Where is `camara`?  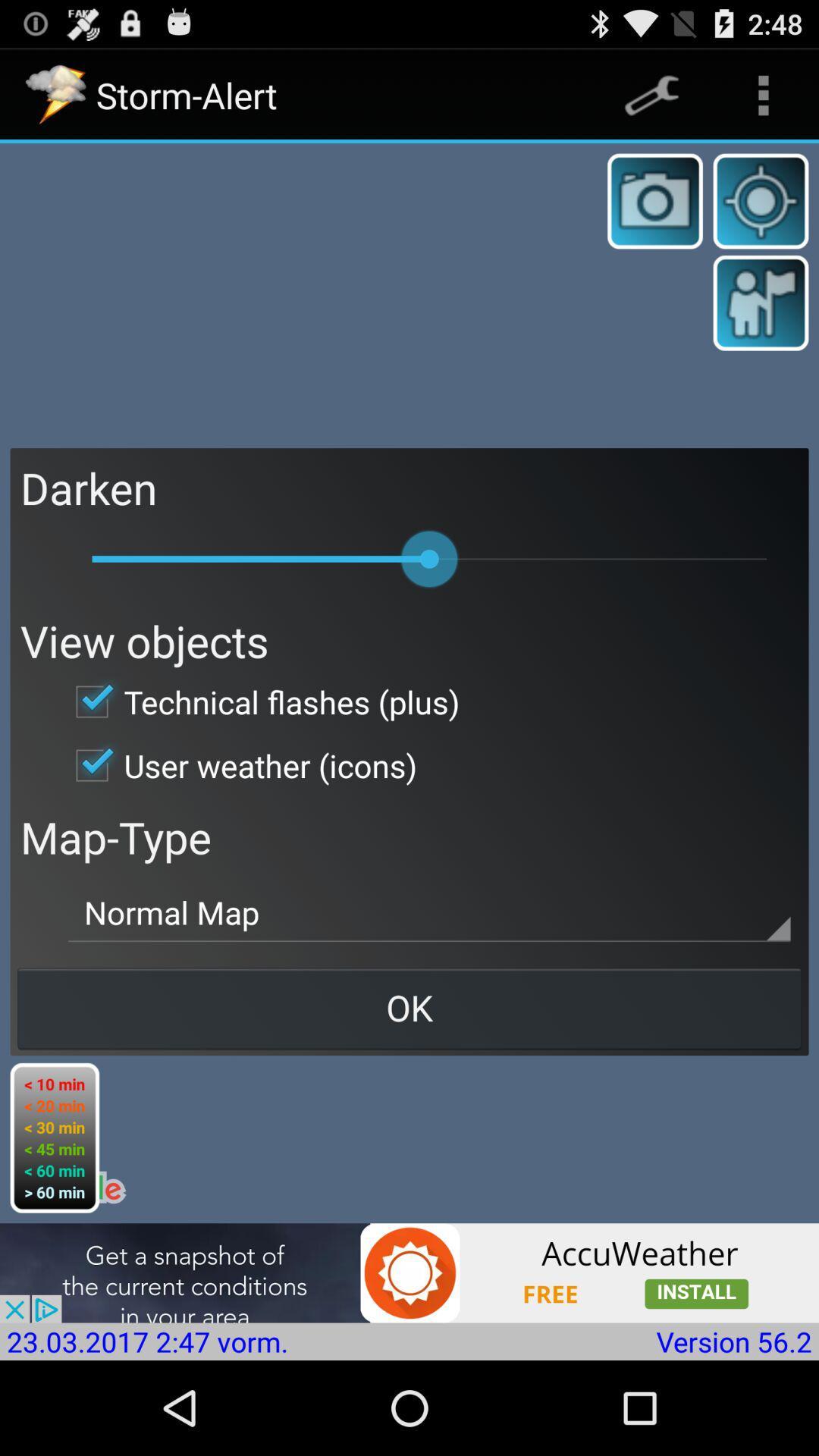 camara is located at coordinates (654, 200).